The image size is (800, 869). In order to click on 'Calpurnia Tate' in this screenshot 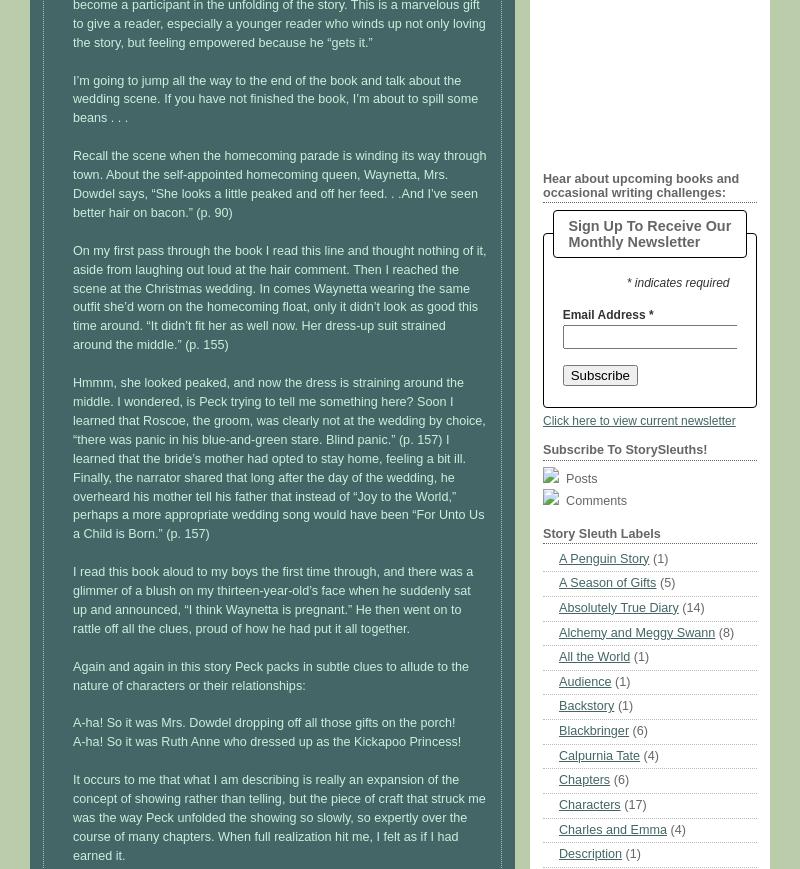, I will do `click(558, 754)`.